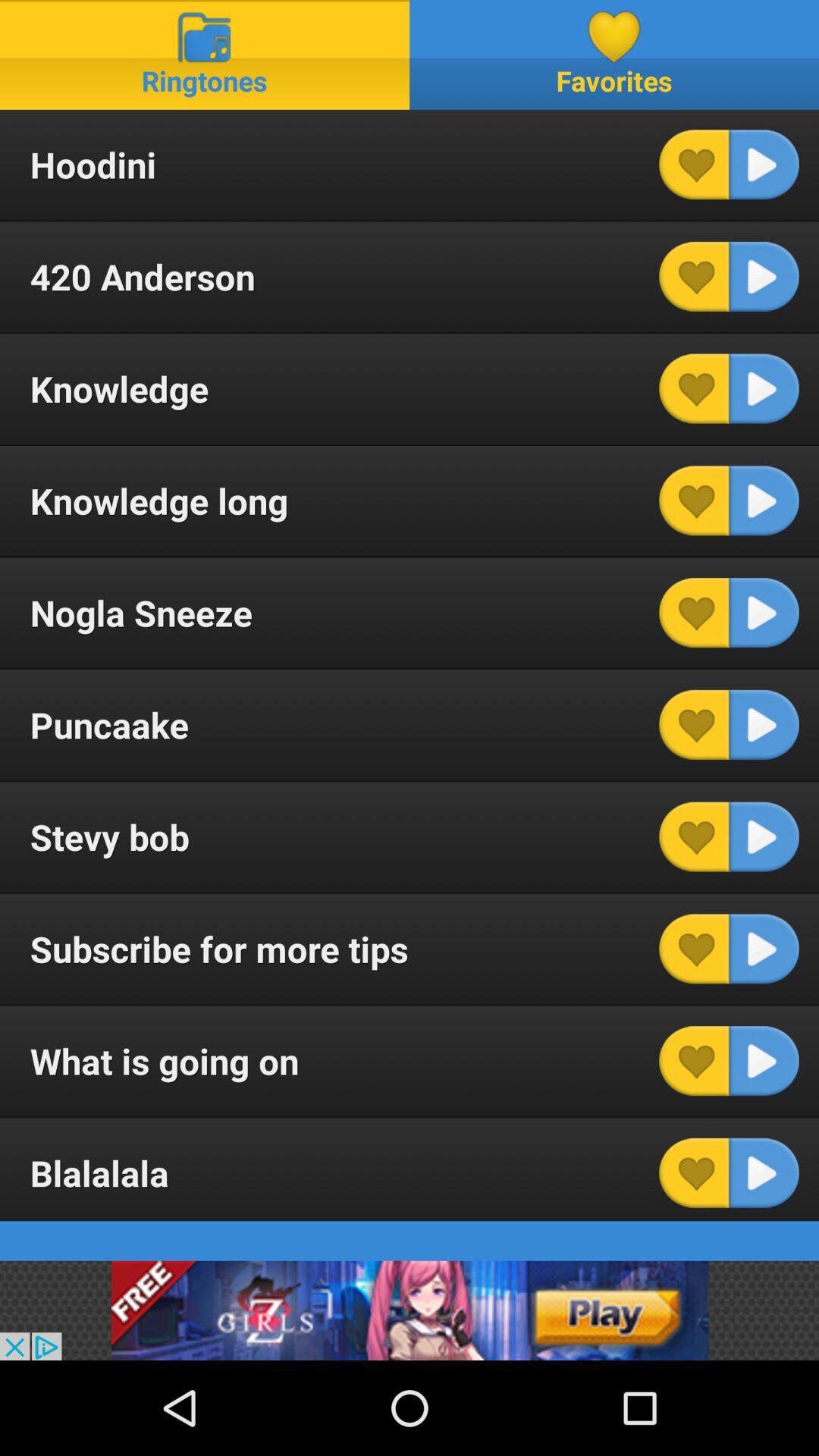 This screenshot has width=819, height=1456. Describe the element at coordinates (694, 1172) in the screenshot. I see `favorite` at that location.